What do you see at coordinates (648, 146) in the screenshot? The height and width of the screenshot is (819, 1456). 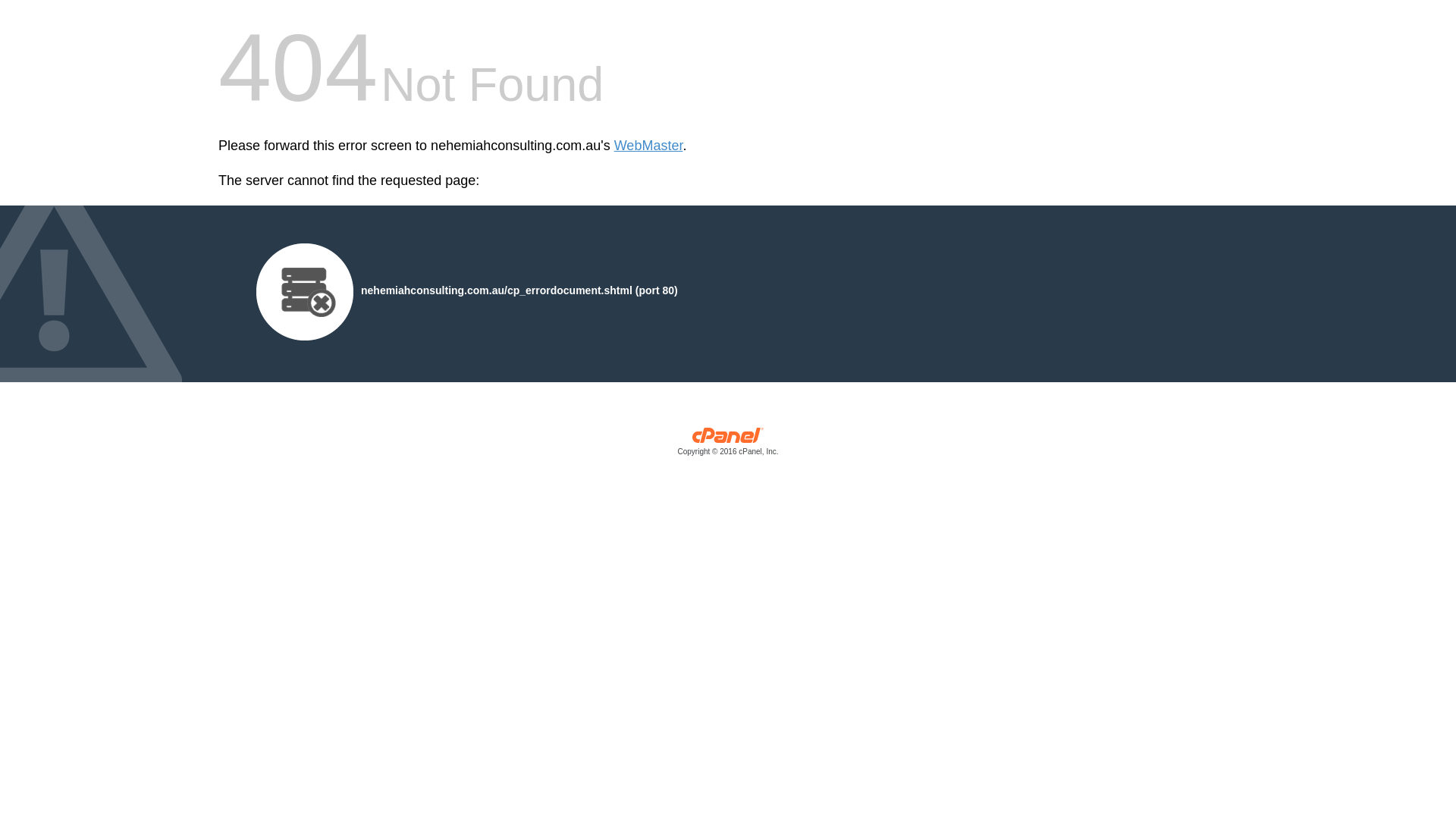 I see `'WebMaster'` at bounding box center [648, 146].